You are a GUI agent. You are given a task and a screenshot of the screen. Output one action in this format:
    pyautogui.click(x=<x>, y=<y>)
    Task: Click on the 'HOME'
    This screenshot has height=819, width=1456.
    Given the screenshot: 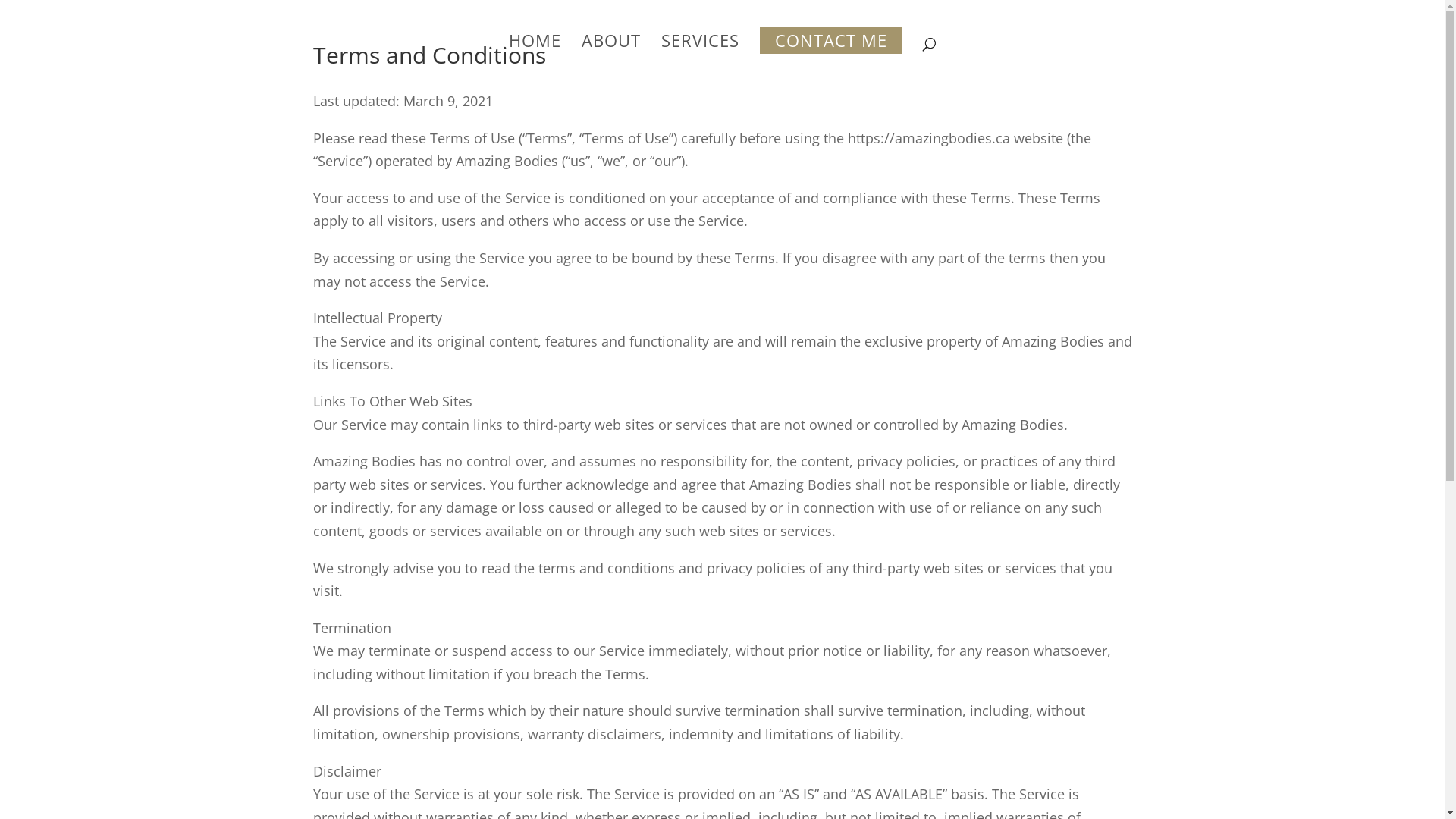 What is the action you would take?
    pyautogui.click(x=534, y=52)
    